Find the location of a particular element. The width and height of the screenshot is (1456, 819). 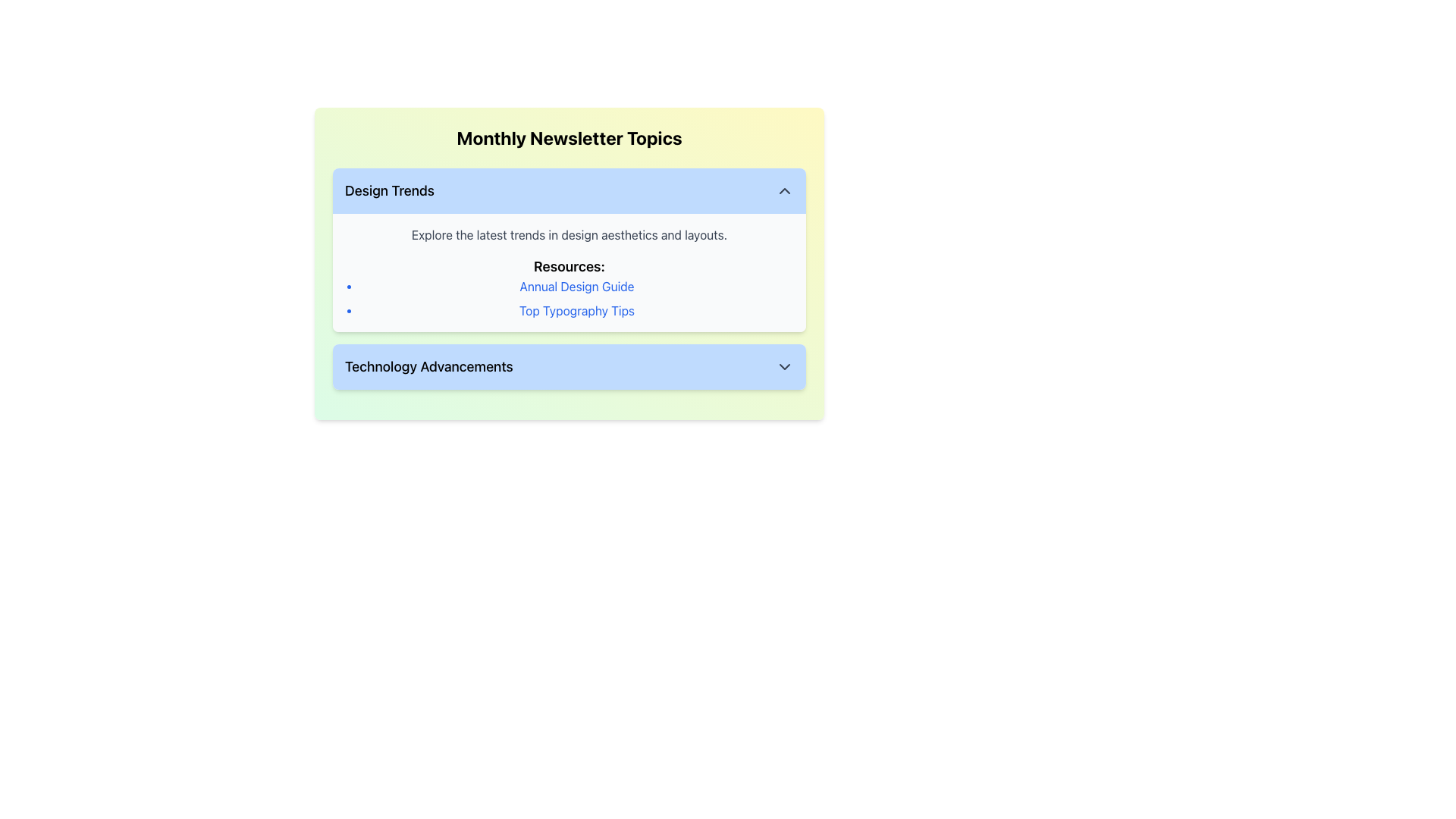

text label that introduces the resources listed below it, located in the 'Design Trends' section, positioned centrally above a bulleted list is located at coordinates (568, 265).